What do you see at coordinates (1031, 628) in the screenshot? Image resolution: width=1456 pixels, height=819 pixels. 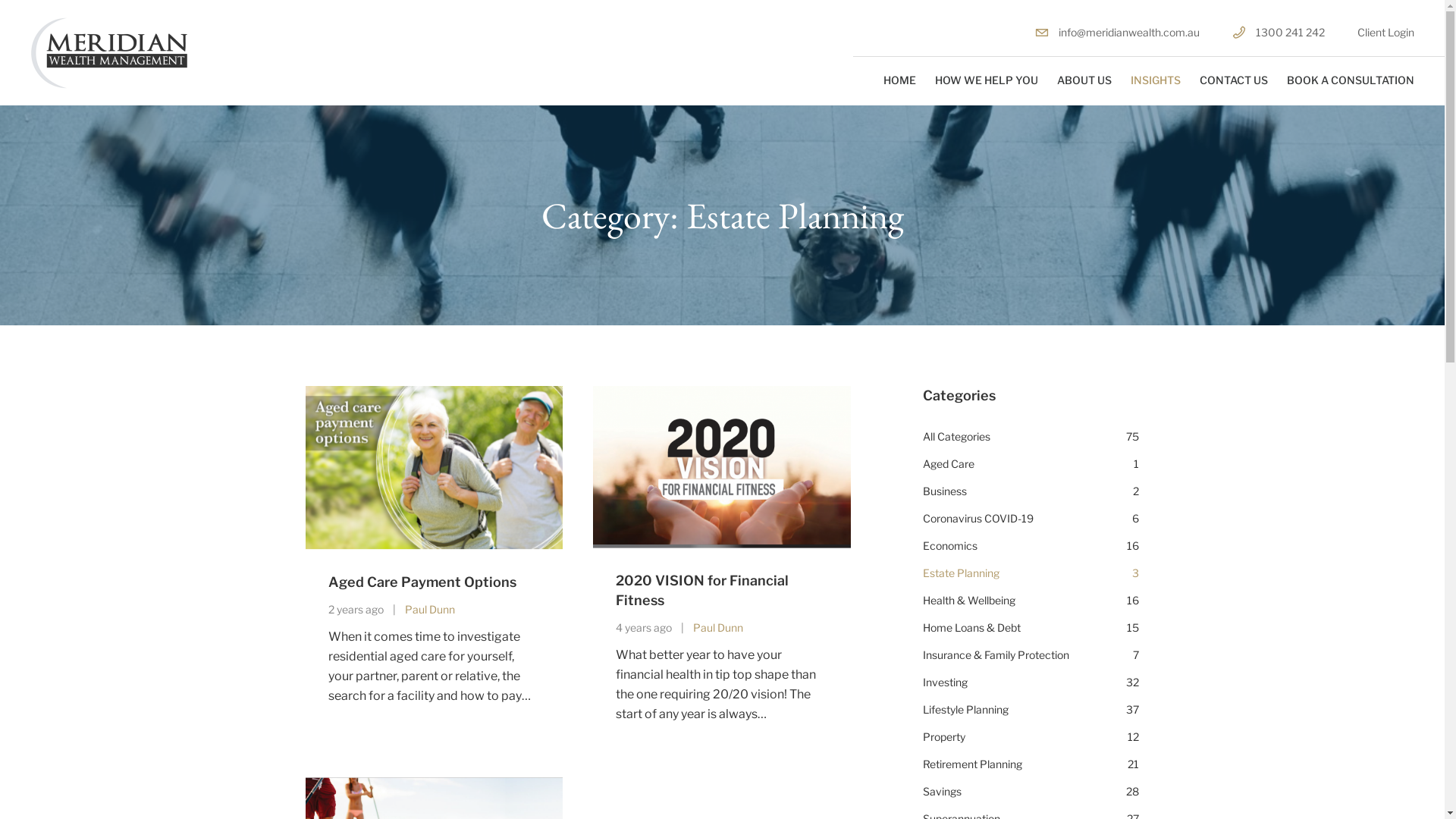 I see `'Home Loans & Debt` at bounding box center [1031, 628].